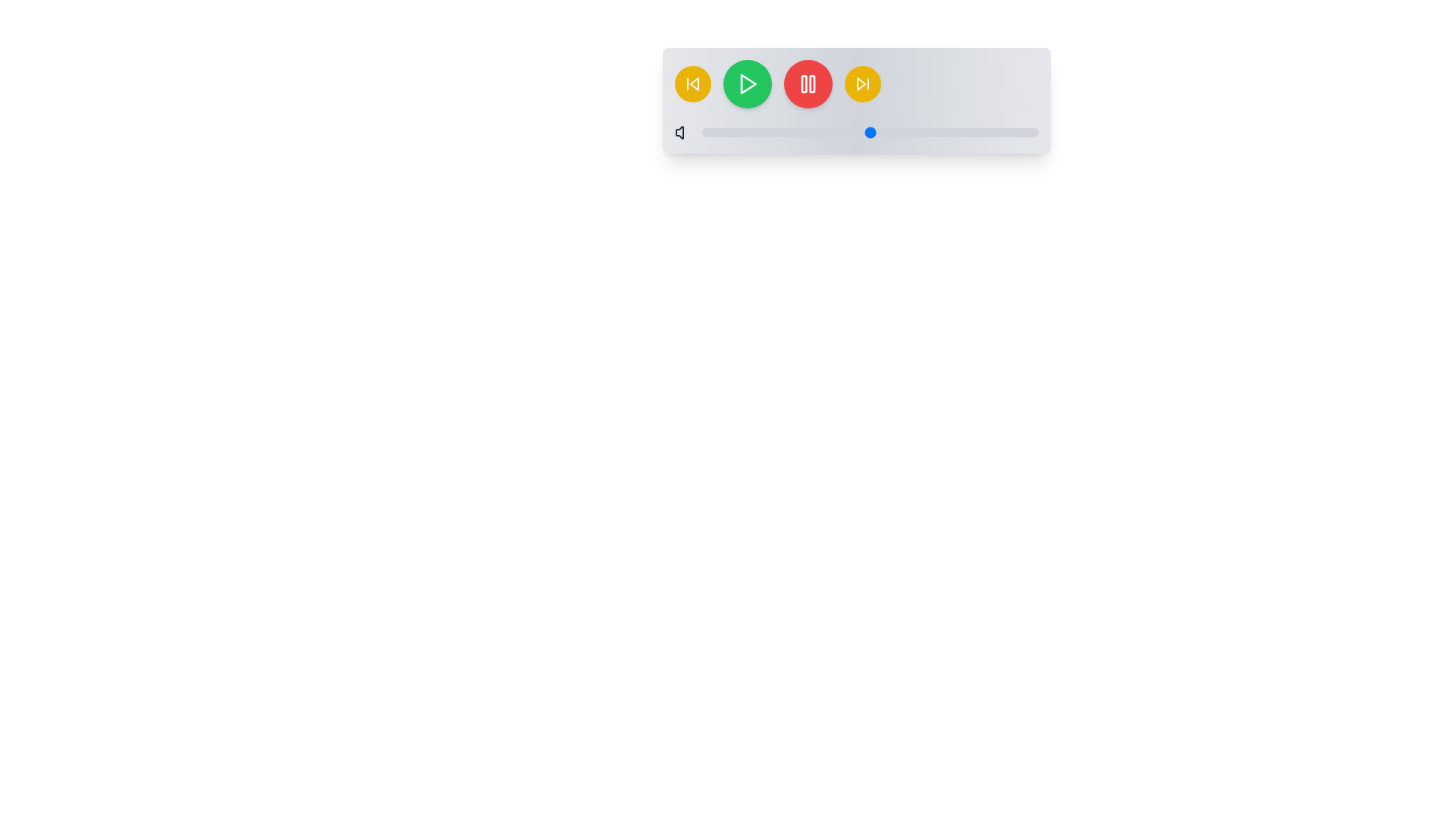  What do you see at coordinates (789, 131) in the screenshot?
I see `the slider position` at bounding box center [789, 131].